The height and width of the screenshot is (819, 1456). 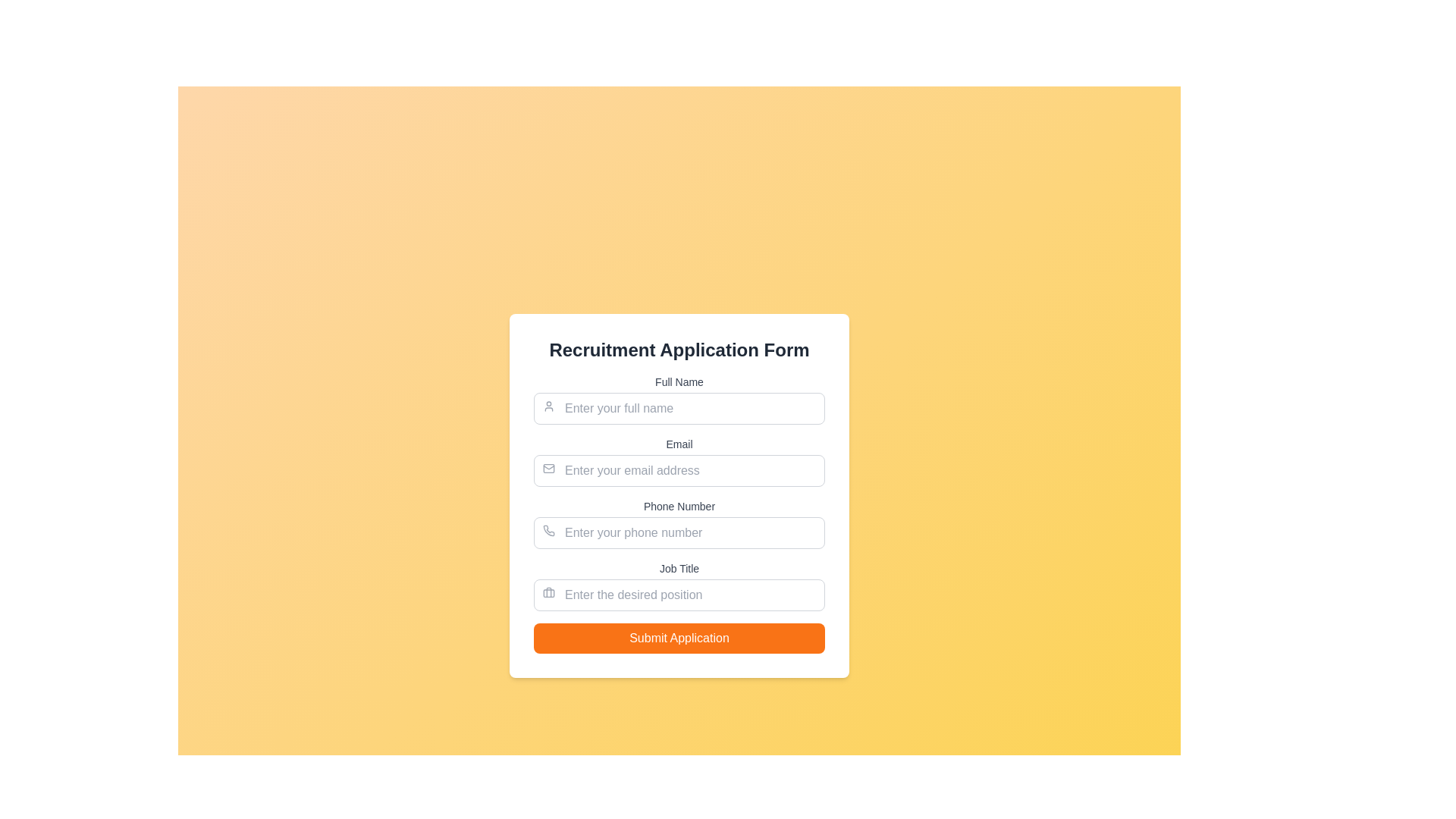 I want to click on any of the input fields contained within the 'Recruitment Application Form' section, which includes fields for 'Full Name,' 'Email,' 'Phone Number,' and 'Job Title.', so click(x=679, y=513).